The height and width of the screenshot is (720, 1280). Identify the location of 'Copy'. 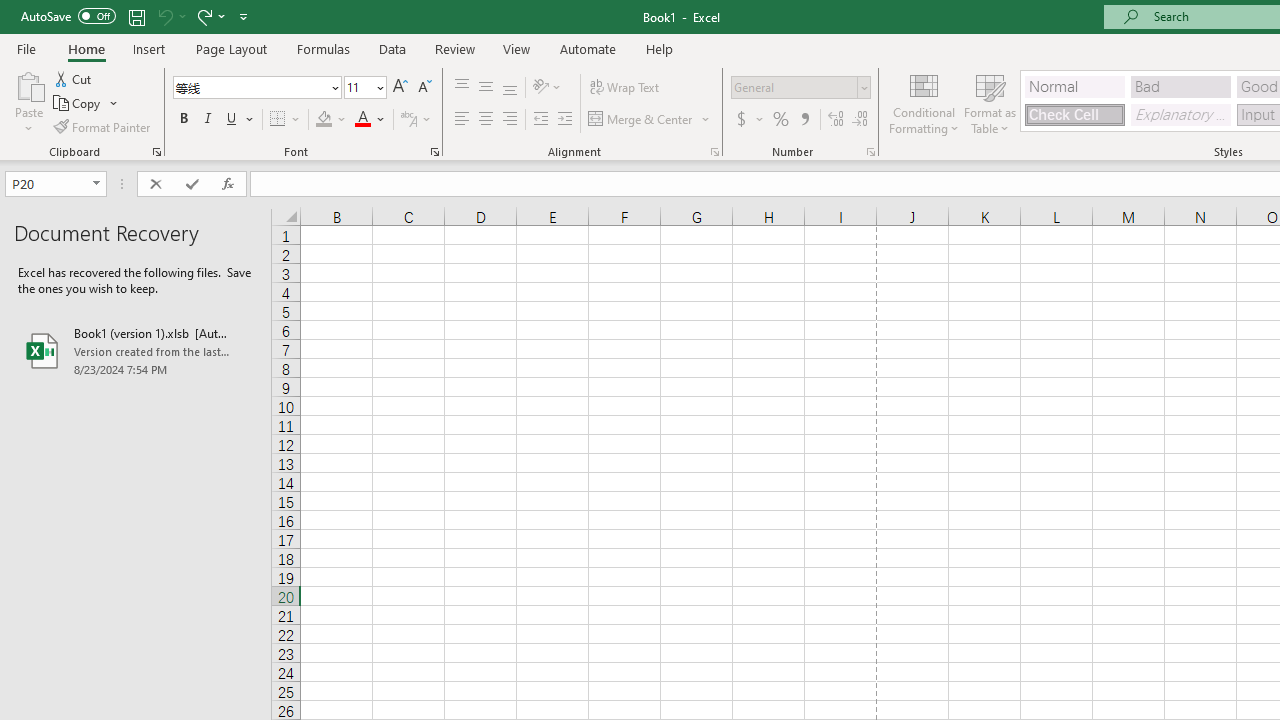
(78, 103).